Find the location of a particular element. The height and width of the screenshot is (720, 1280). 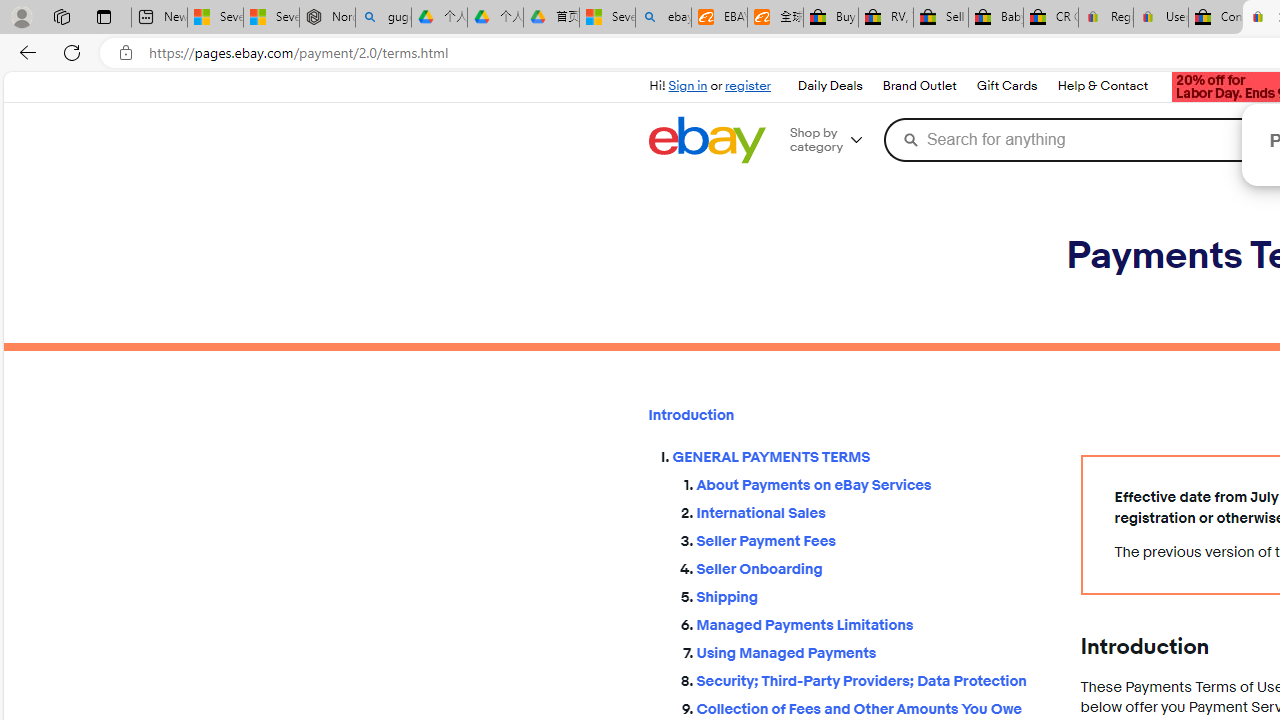

'Consumer Health Data Privacy Policy - eBay Inc.' is located at coordinates (1215, 17).